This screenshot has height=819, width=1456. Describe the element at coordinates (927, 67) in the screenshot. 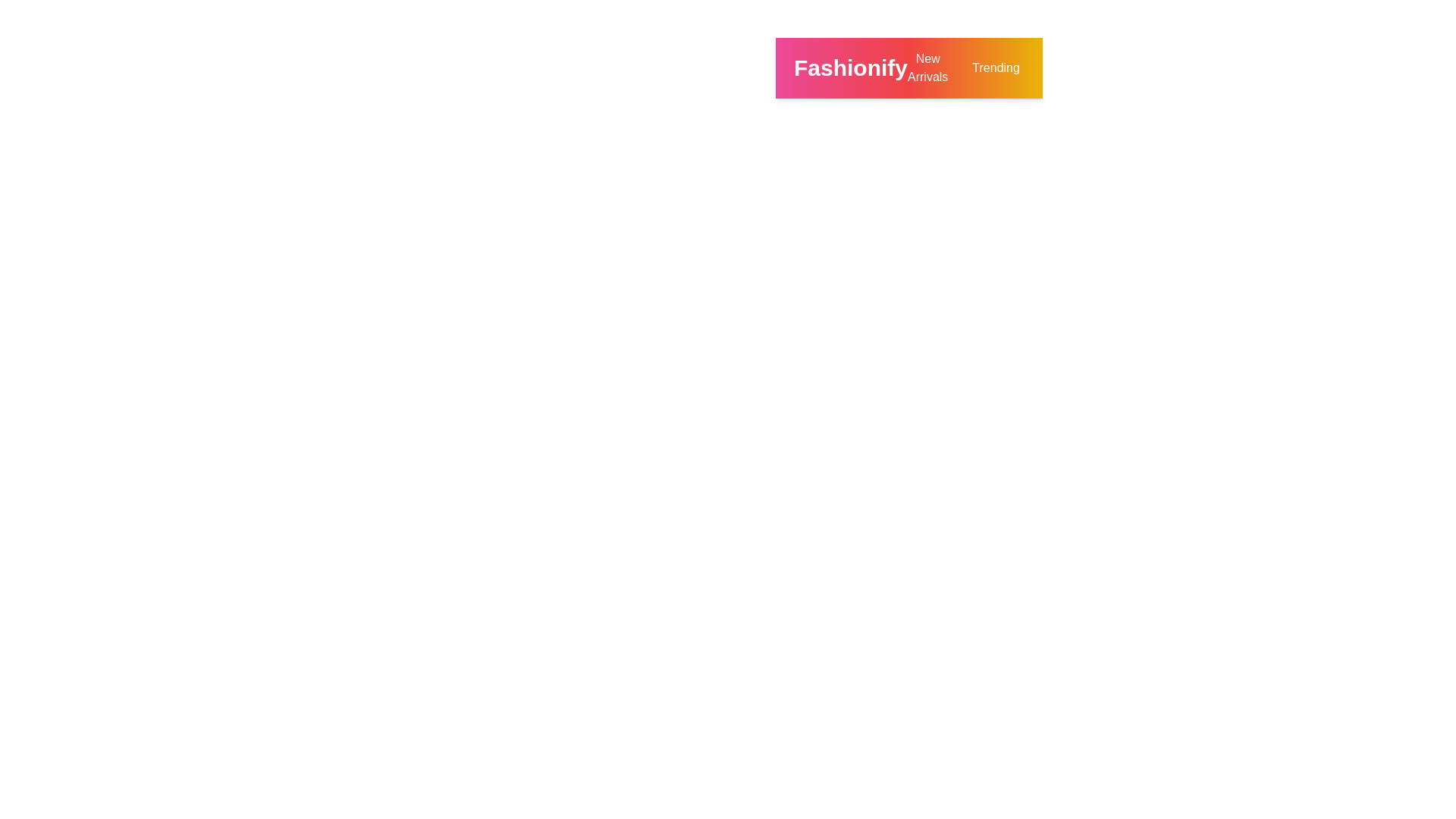

I see `the 'New Arrivals' button to view the newest products` at that location.